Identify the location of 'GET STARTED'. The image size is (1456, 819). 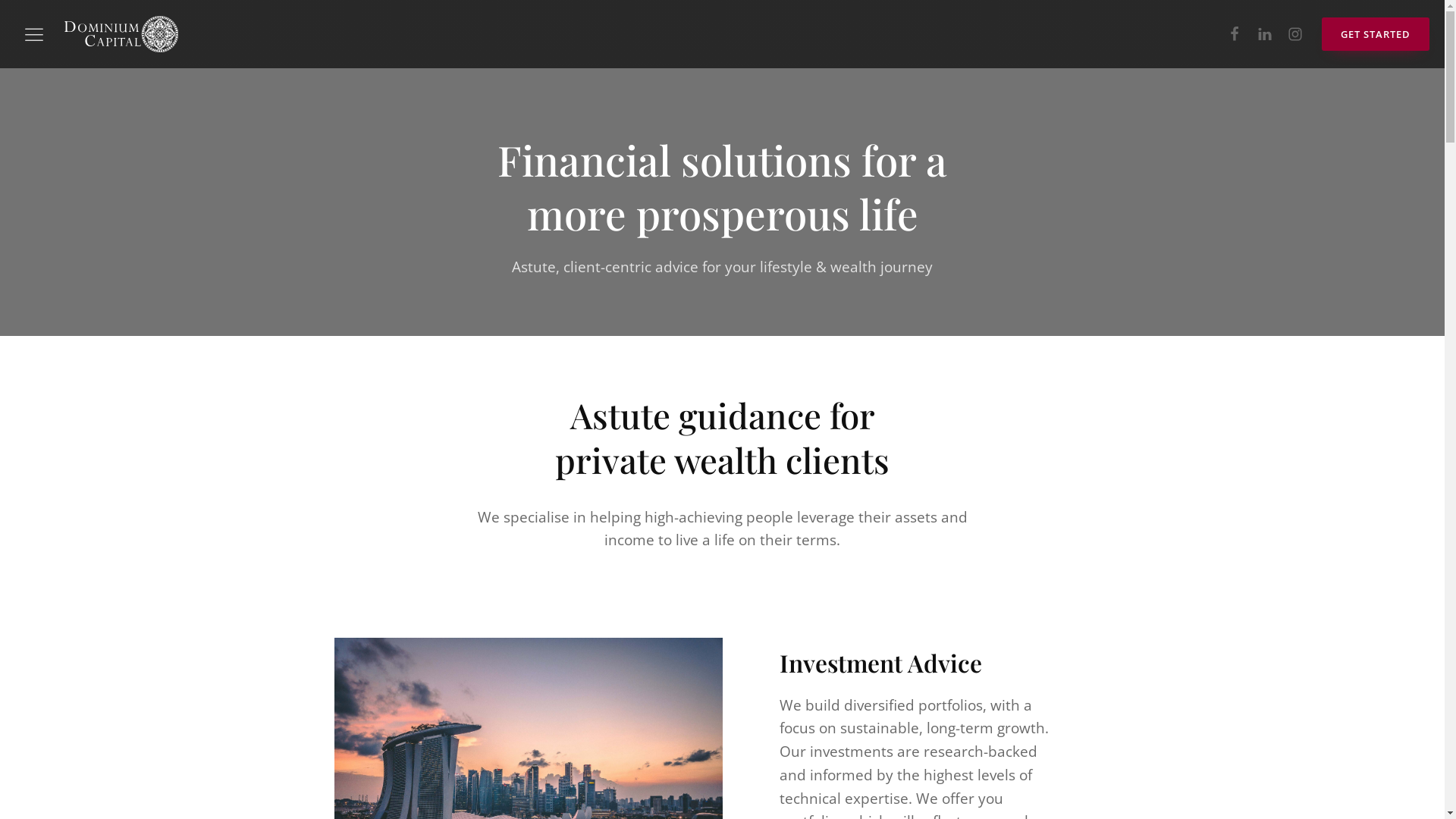
(1376, 34).